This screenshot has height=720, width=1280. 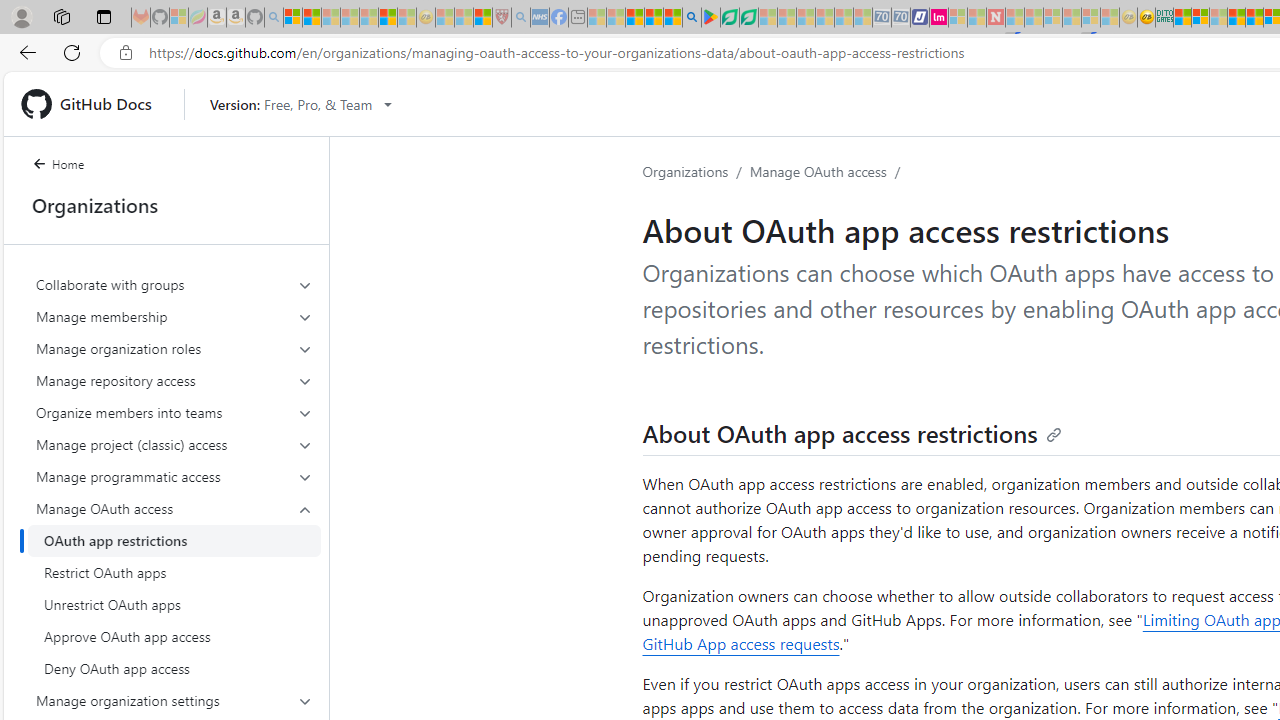 What do you see at coordinates (828, 170) in the screenshot?
I see `'Manage OAuth access/'` at bounding box center [828, 170].